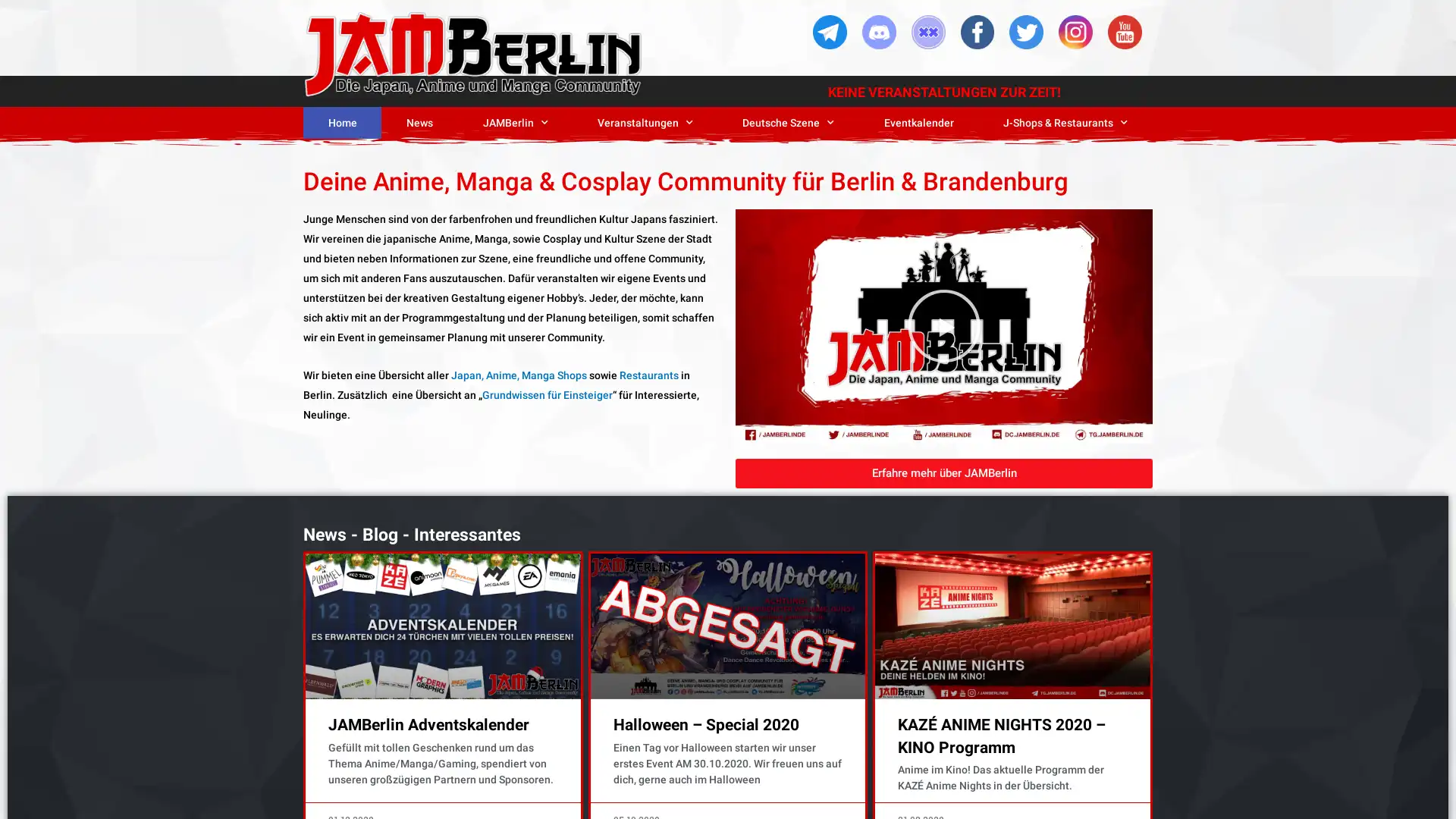 The width and height of the screenshot is (1456, 819). I want to click on mute, so click(1061, 379).